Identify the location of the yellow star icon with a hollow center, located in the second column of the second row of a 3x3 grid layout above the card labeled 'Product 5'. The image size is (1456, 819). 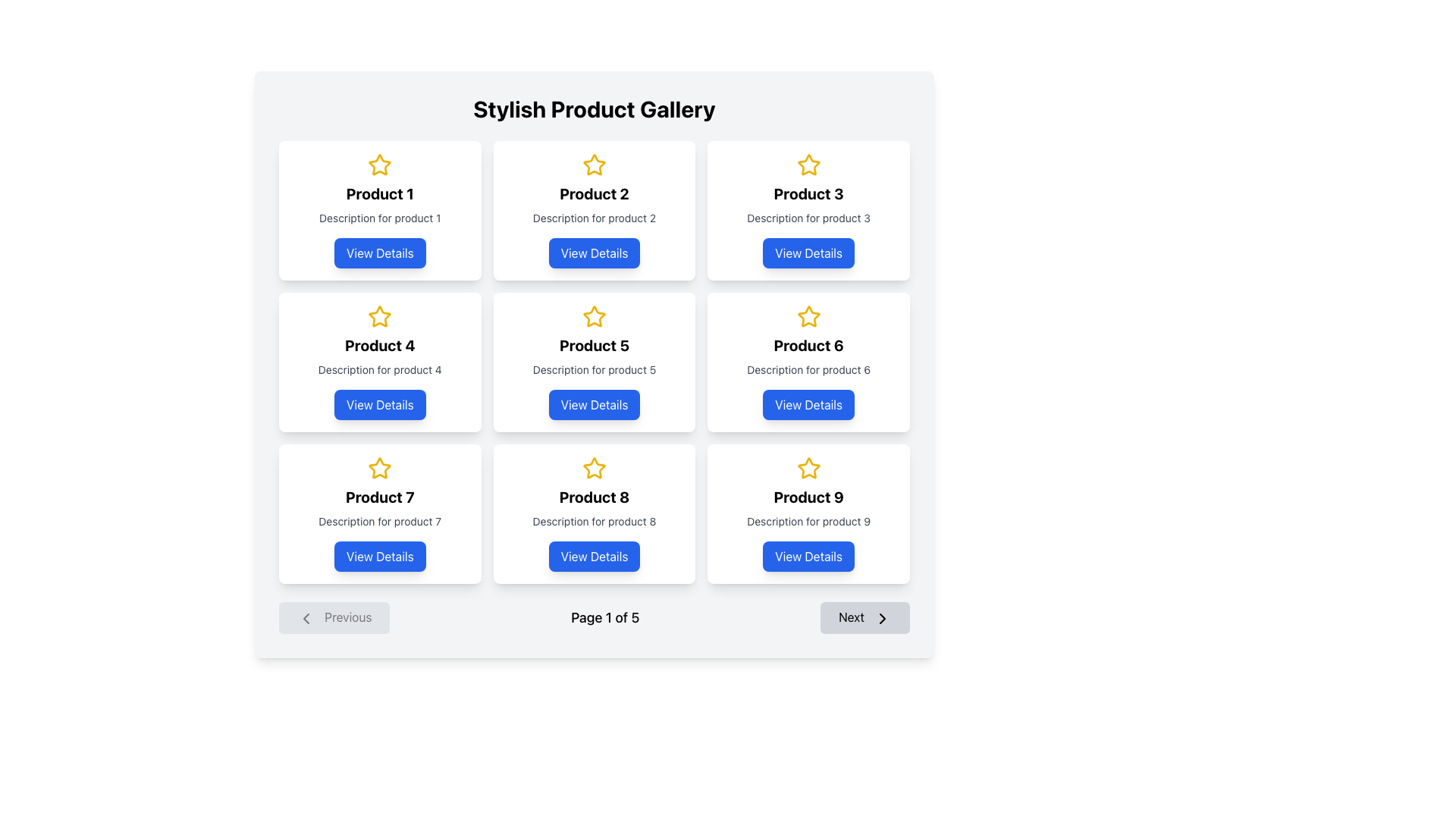
(593, 315).